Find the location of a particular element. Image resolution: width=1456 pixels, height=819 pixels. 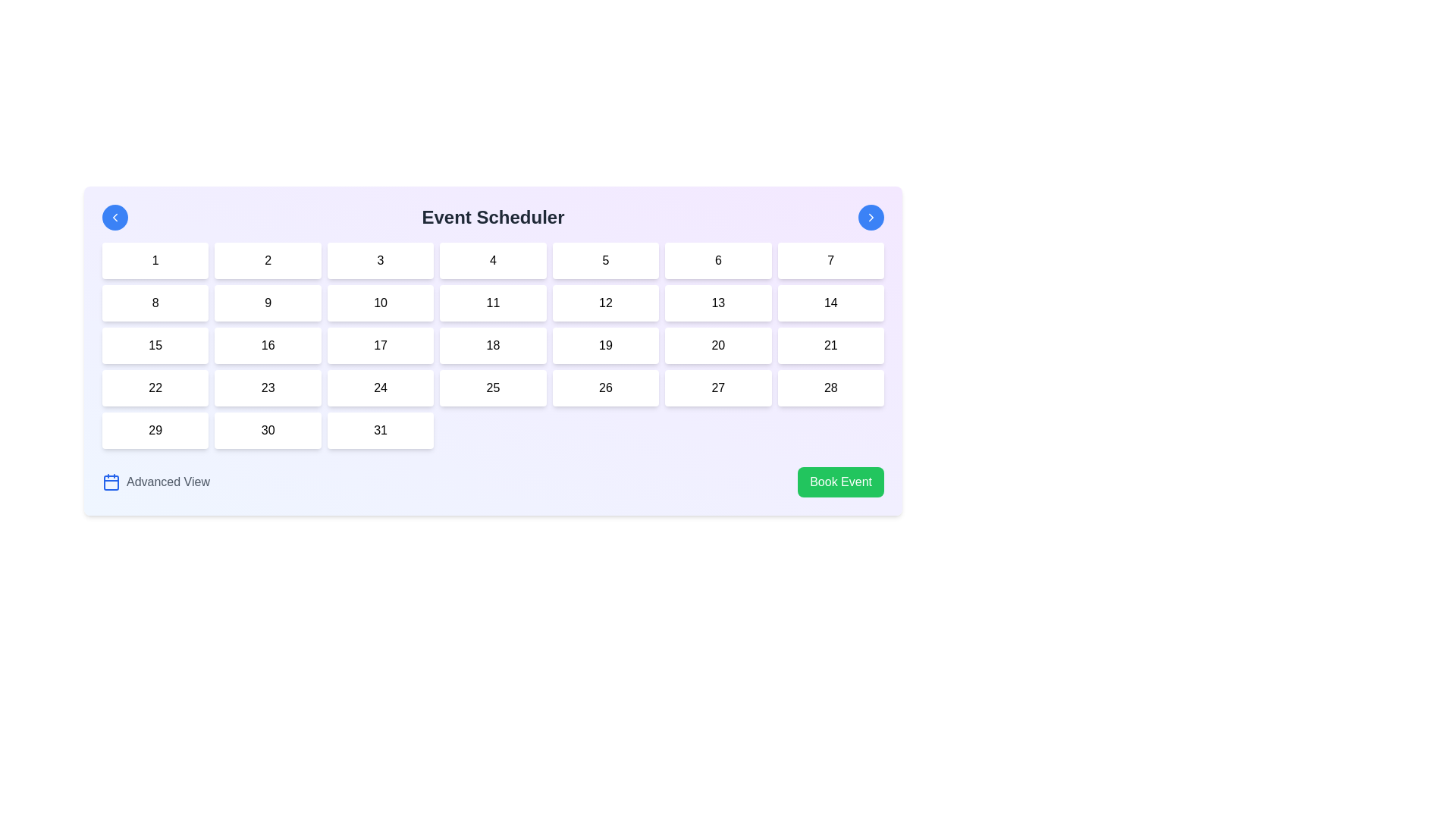

the button representing the selectable day in the calendar or scheduler interface is located at coordinates (155, 345).